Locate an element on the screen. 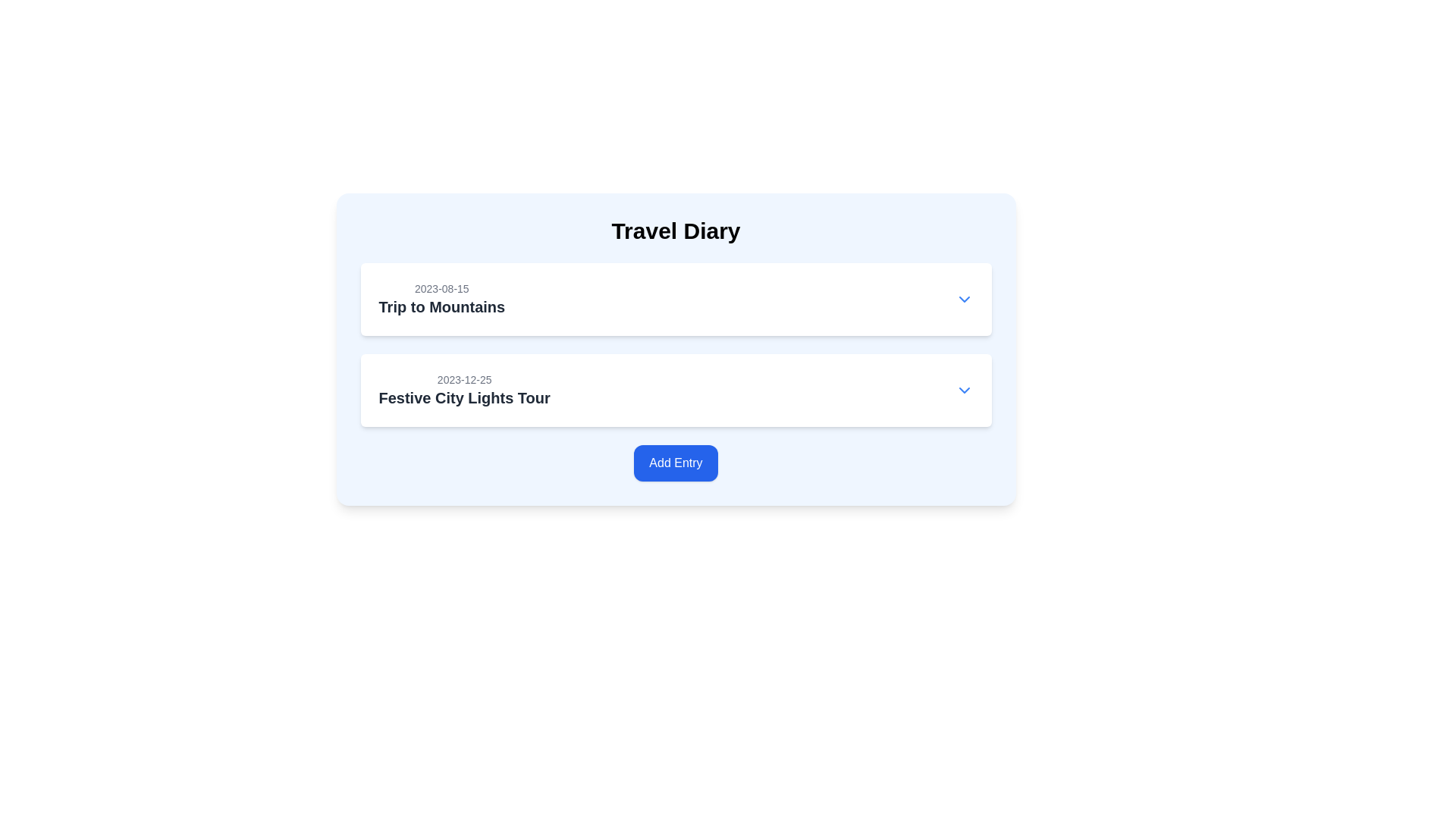  on the 'Festive City Lights Tour' list item card, which is the second card in the list below the 'Trip is located at coordinates (675, 390).